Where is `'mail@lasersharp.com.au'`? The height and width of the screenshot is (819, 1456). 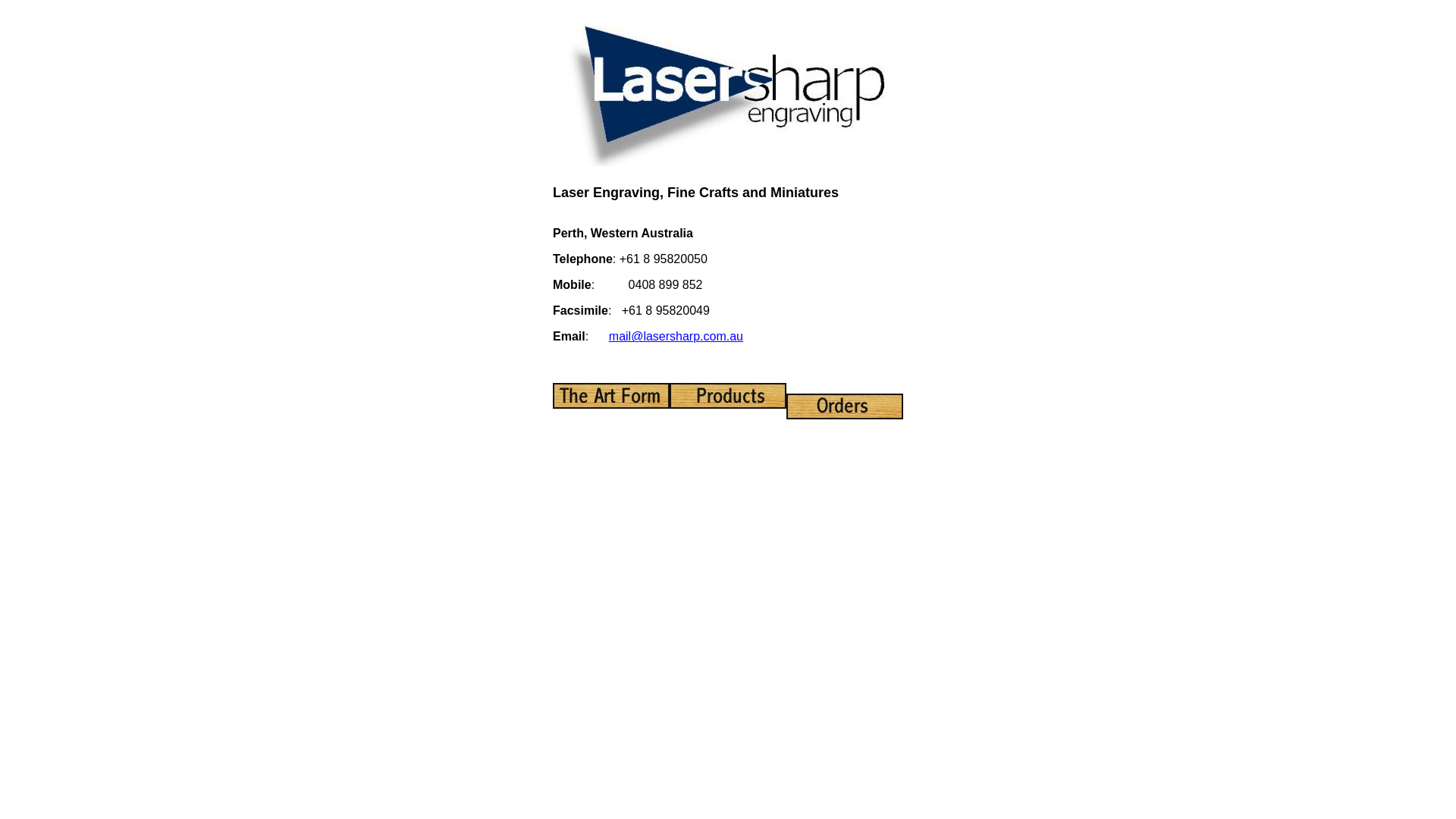 'mail@lasersharp.com.au' is located at coordinates (675, 335).